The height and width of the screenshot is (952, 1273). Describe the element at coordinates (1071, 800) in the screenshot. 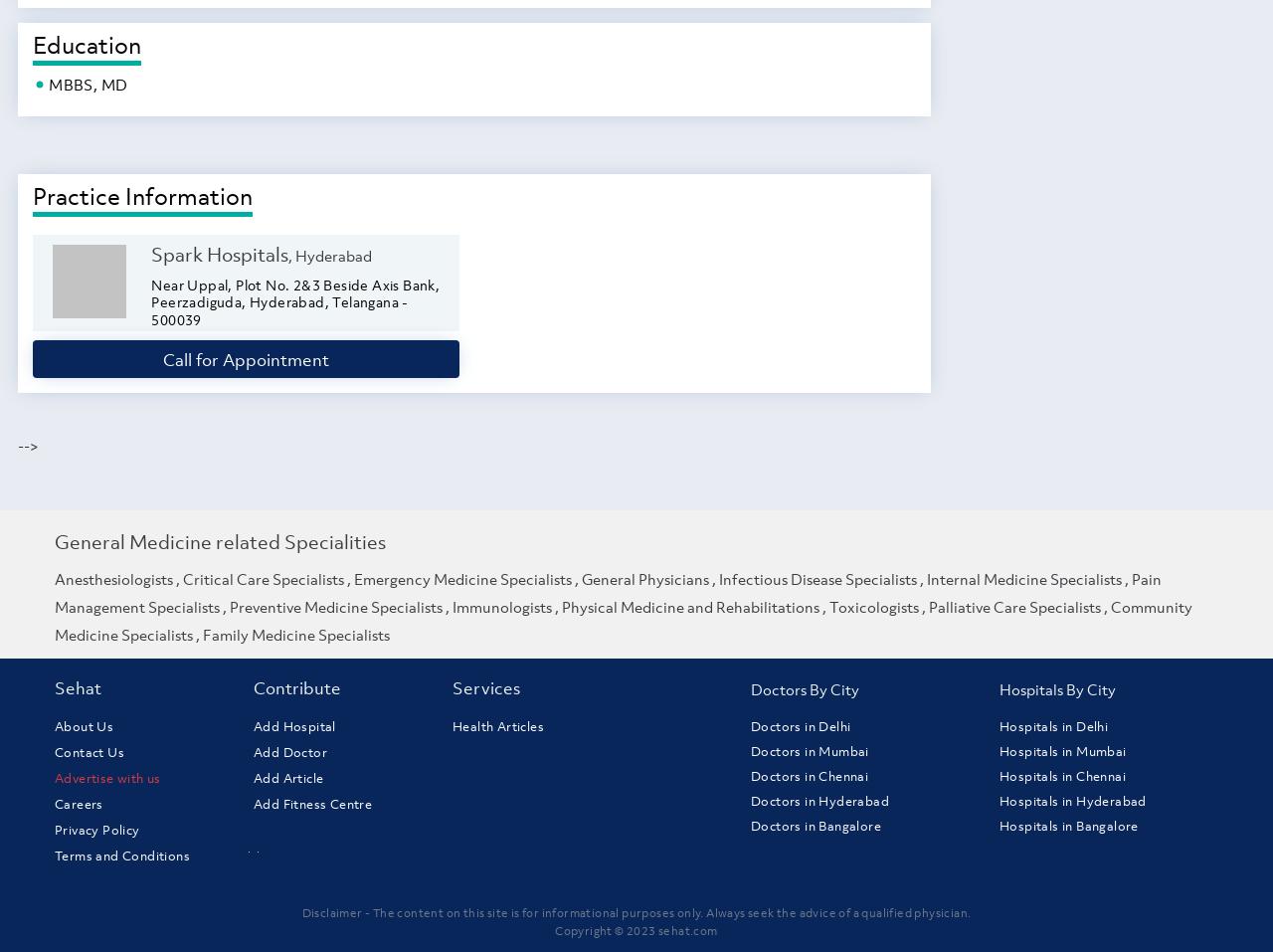

I see `'Hospitals in Hyderabad'` at that location.